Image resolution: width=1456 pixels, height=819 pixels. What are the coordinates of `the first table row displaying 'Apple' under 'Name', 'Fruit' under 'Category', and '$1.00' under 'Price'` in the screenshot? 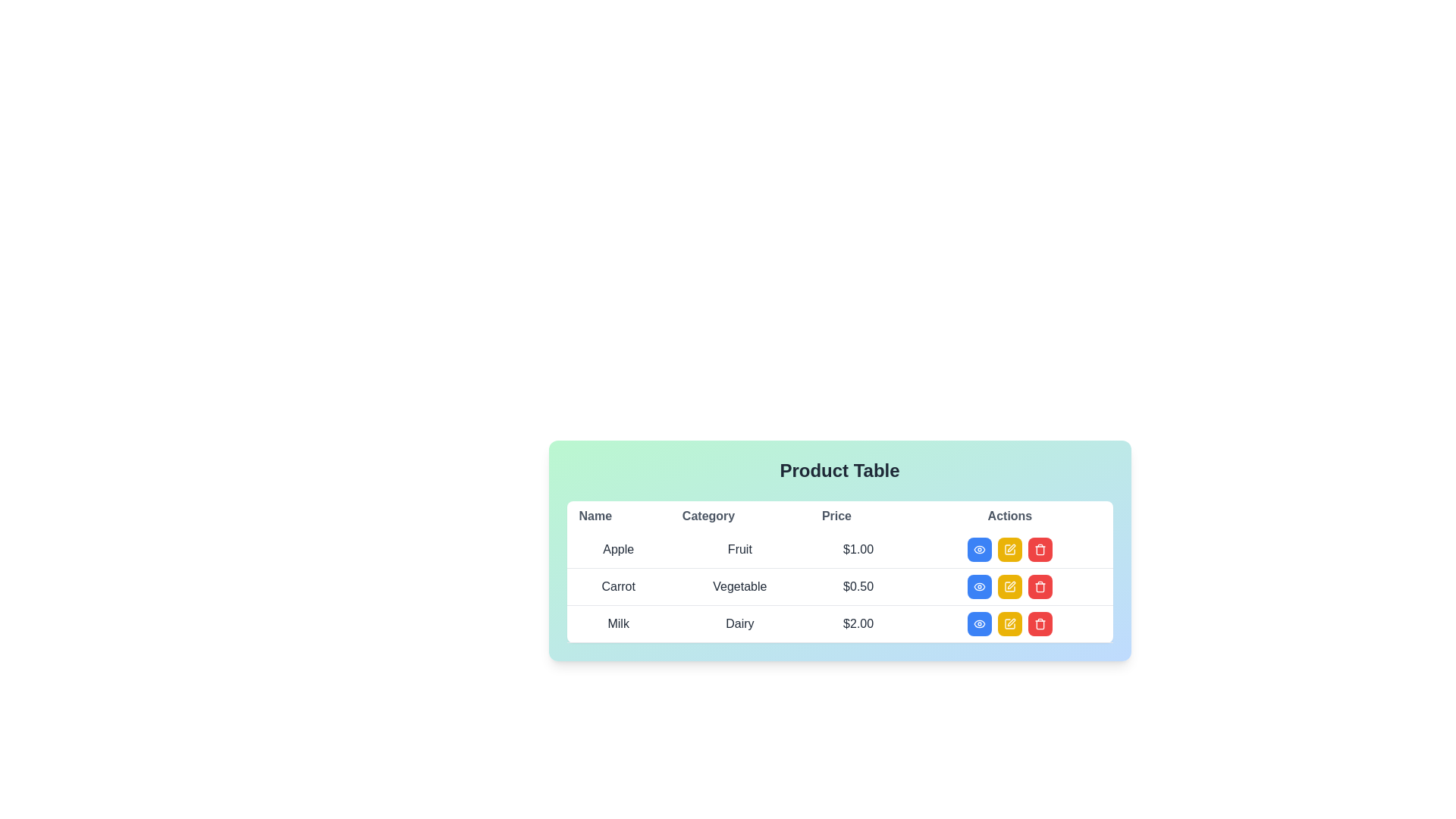 It's located at (839, 550).